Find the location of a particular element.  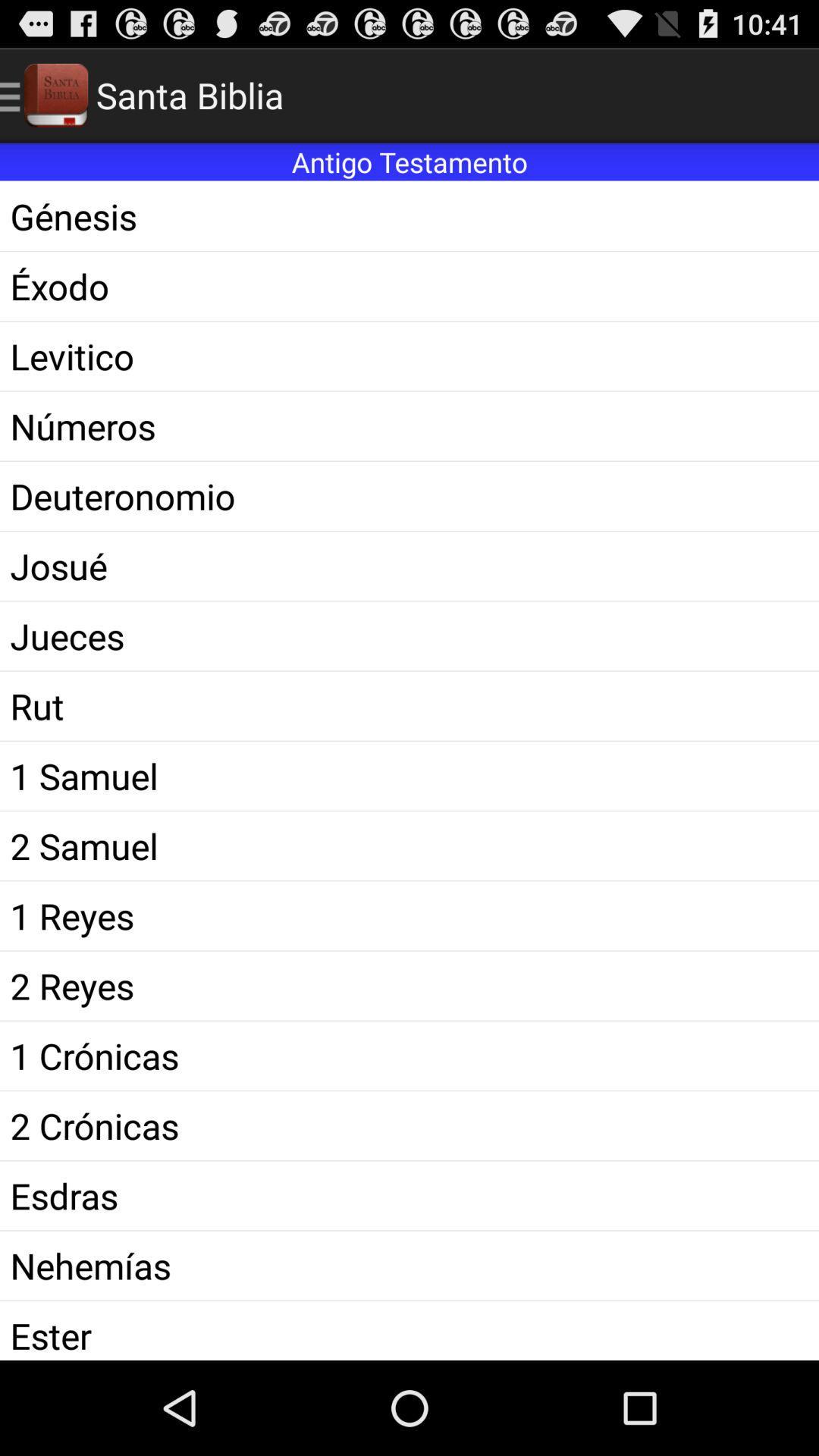

the app above 1 samuel is located at coordinates (409, 705).